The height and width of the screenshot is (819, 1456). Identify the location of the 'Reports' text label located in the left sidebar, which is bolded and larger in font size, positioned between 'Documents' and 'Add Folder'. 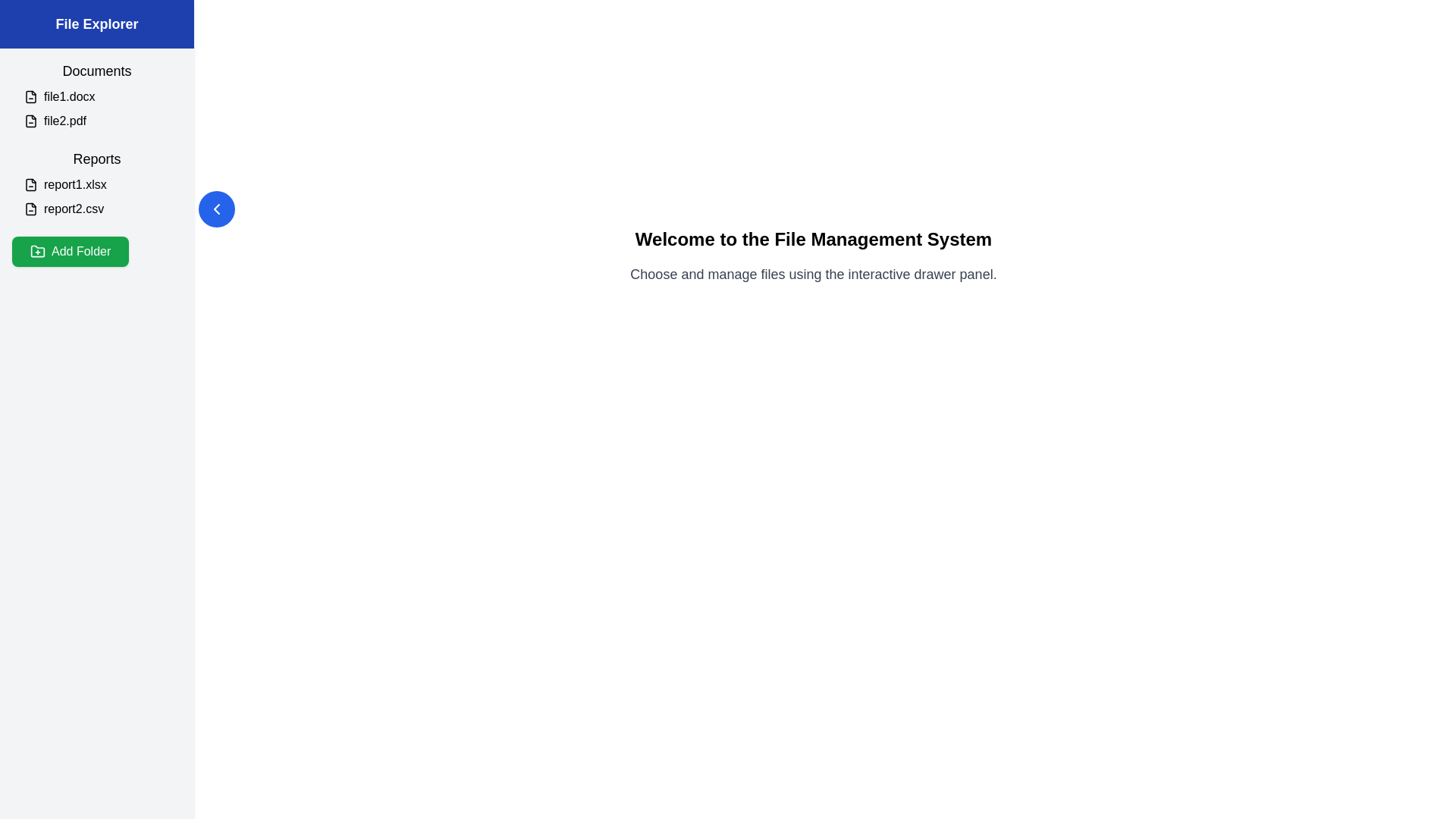
(96, 158).